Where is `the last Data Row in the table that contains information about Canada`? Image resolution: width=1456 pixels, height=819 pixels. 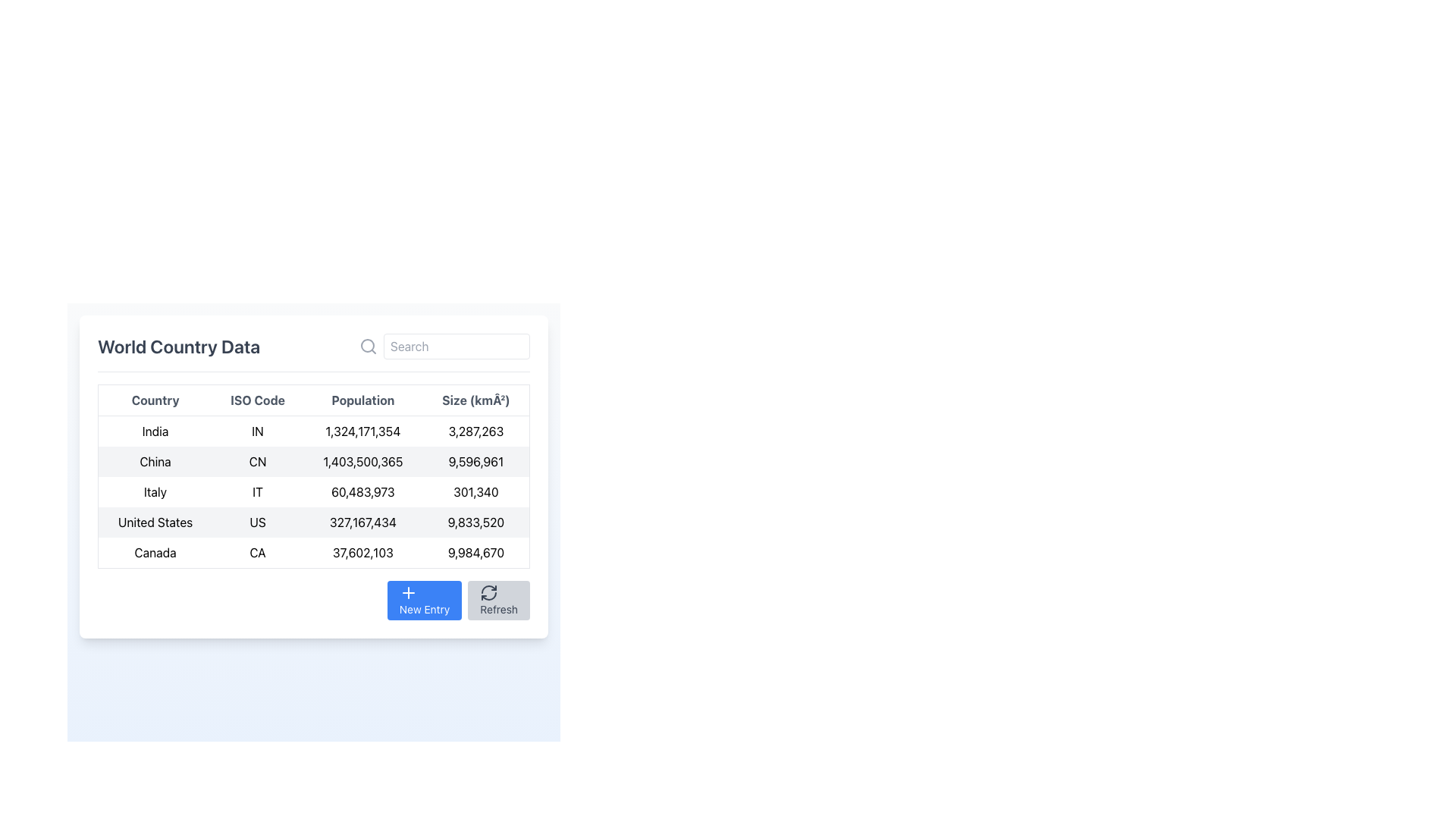
the last Data Row in the table that contains information about Canada is located at coordinates (312, 553).